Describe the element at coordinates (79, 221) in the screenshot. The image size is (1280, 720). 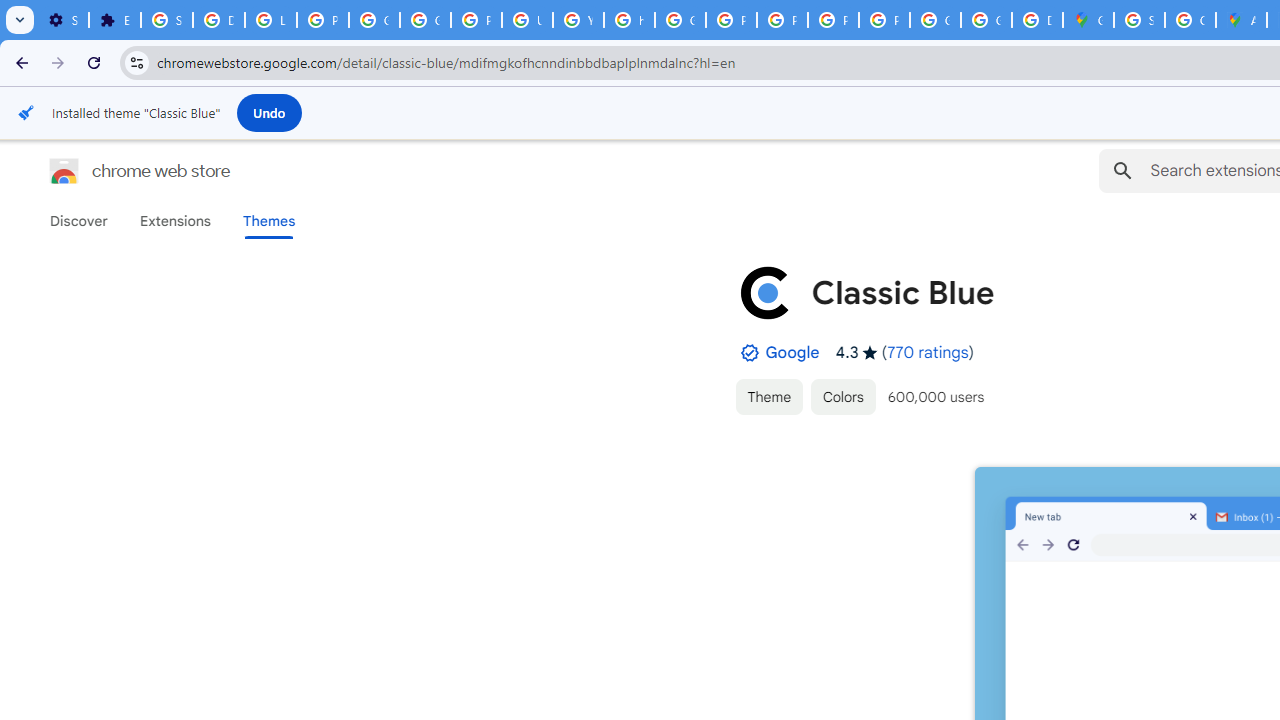
I see `'Discover'` at that location.